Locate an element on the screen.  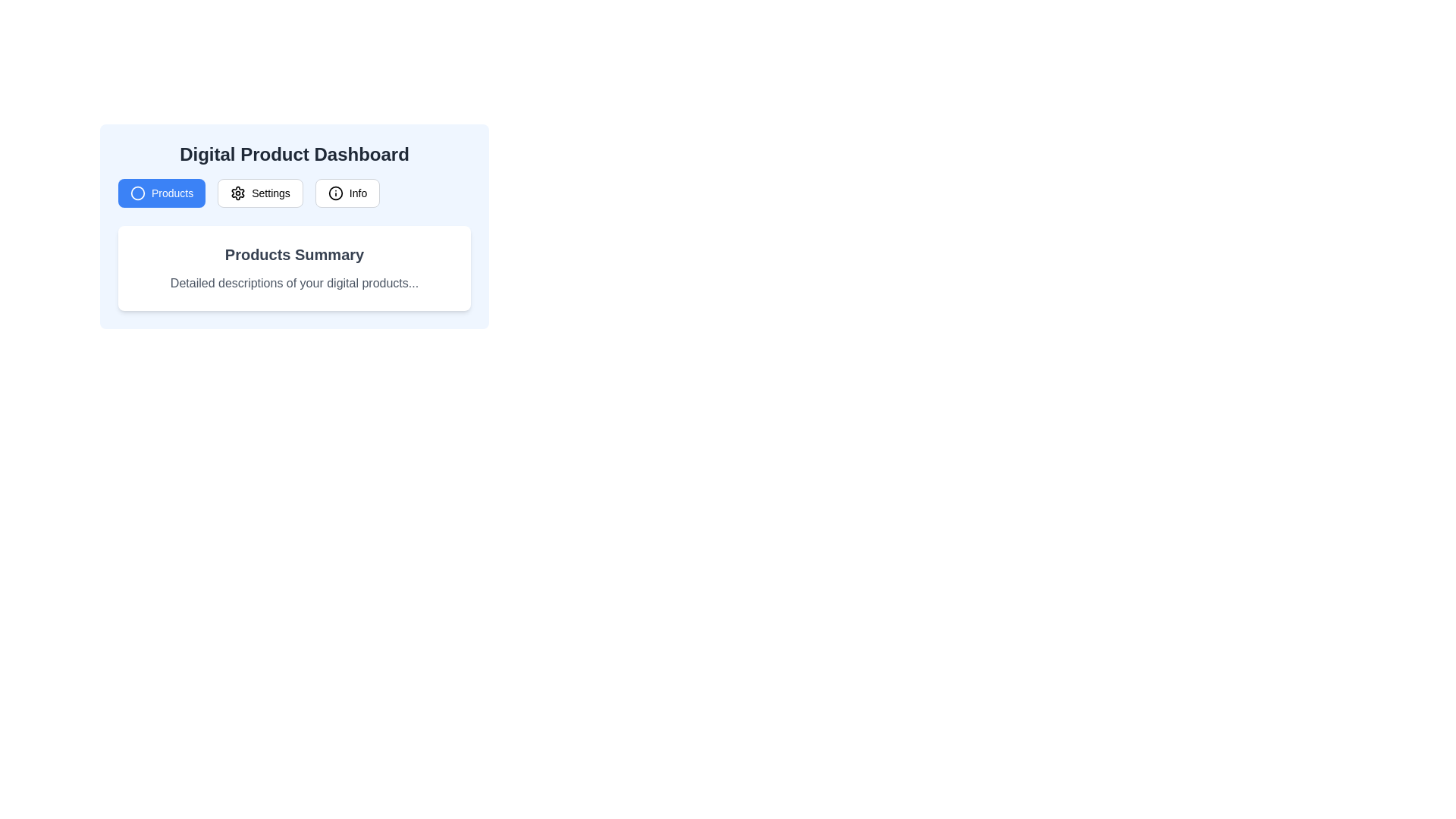
the settings button located in the horizontal row beneath 'Digital Product Dashboard', positioned second from the left between 'Products' and 'Info' is located at coordinates (260, 192).